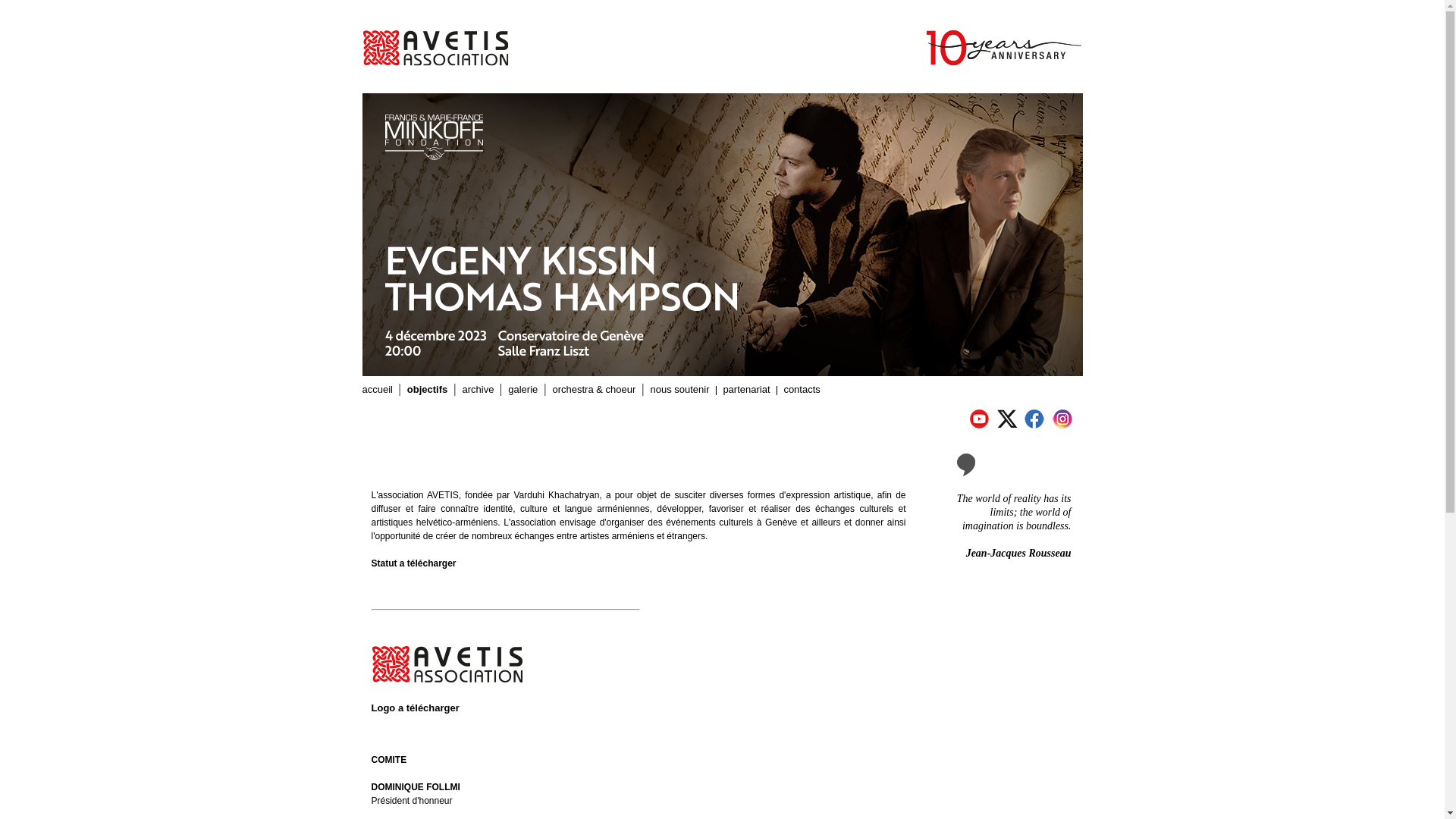 The height and width of the screenshot is (819, 1456). I want to click on 'galerie', so click(522, 388).